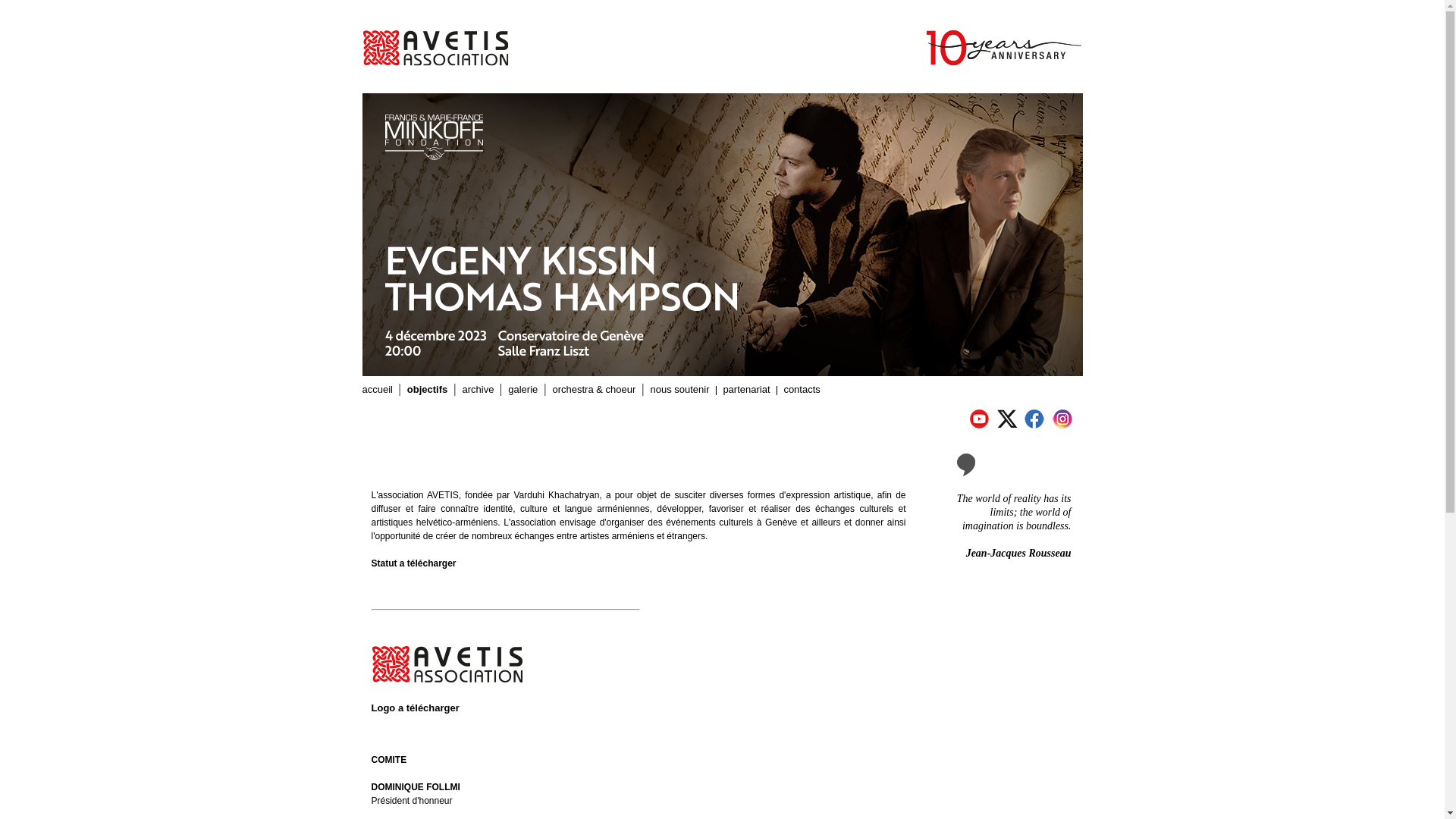 The height and width of the screenshot is (819, 1456). I want to click on 'galerie', so click(522, 388).